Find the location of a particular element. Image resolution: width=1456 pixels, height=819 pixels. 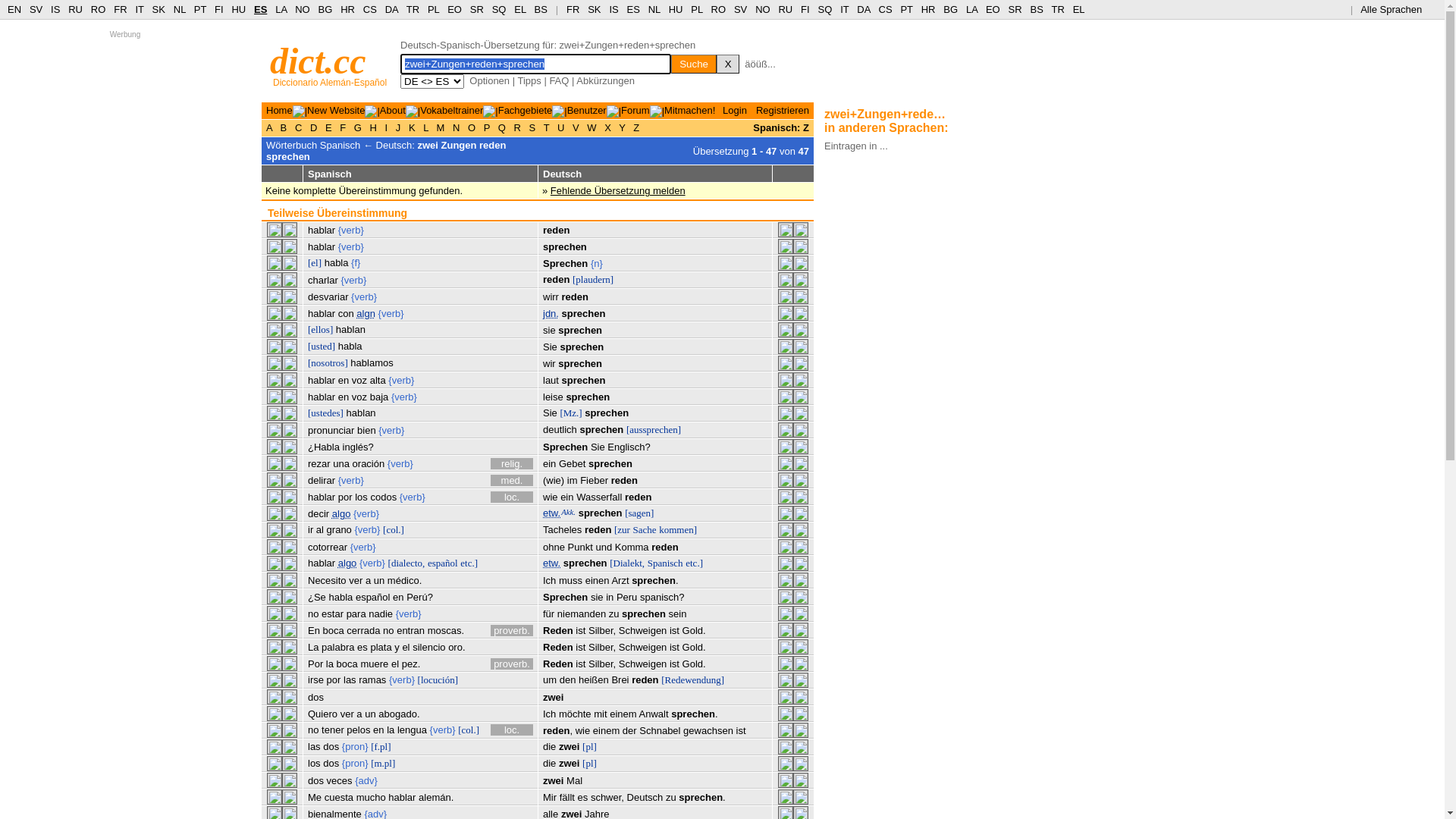

'U' is located at coordinates (553, 127).